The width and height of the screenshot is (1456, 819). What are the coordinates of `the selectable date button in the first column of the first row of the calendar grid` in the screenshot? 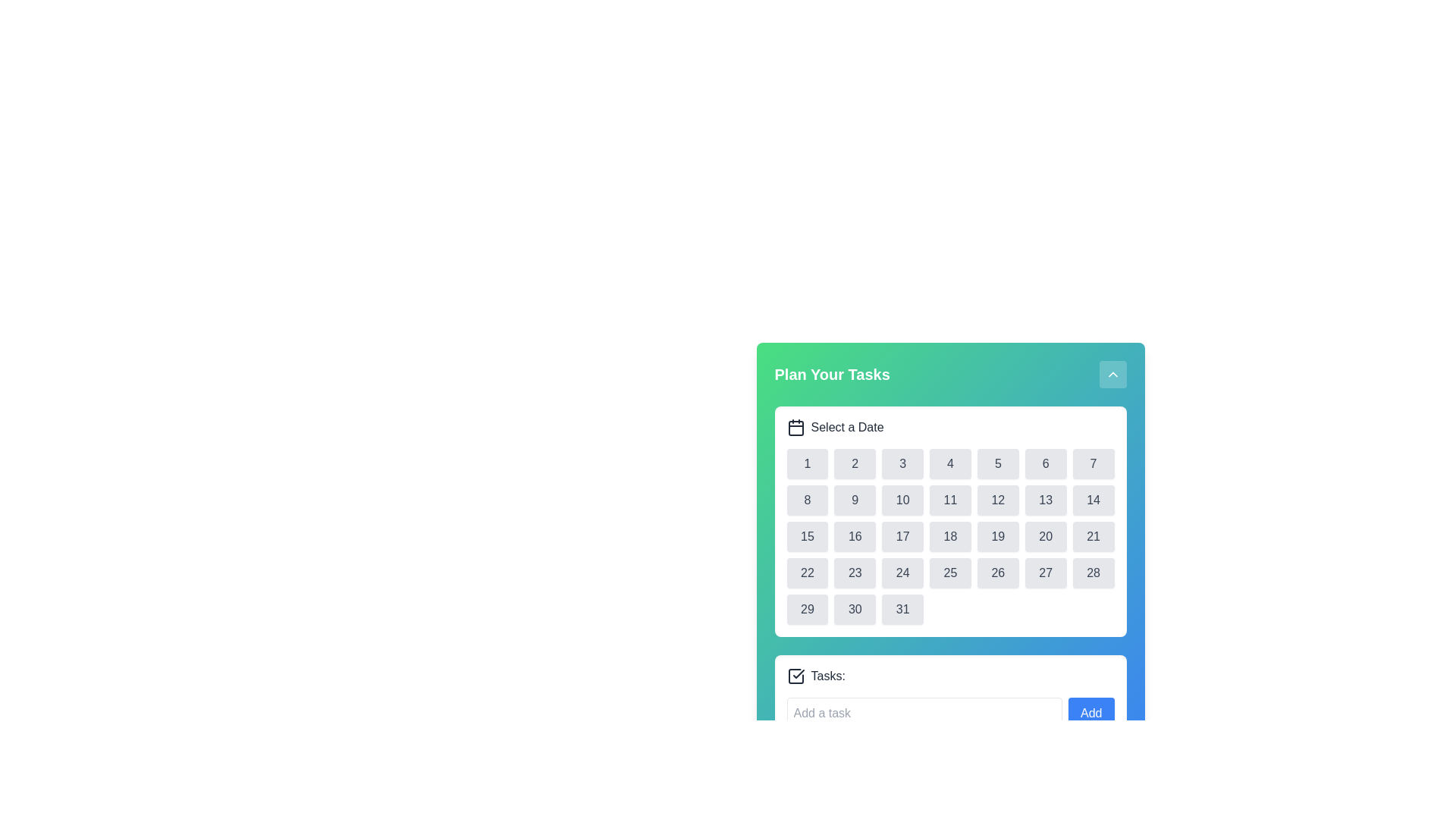 It's located at (806, 463).